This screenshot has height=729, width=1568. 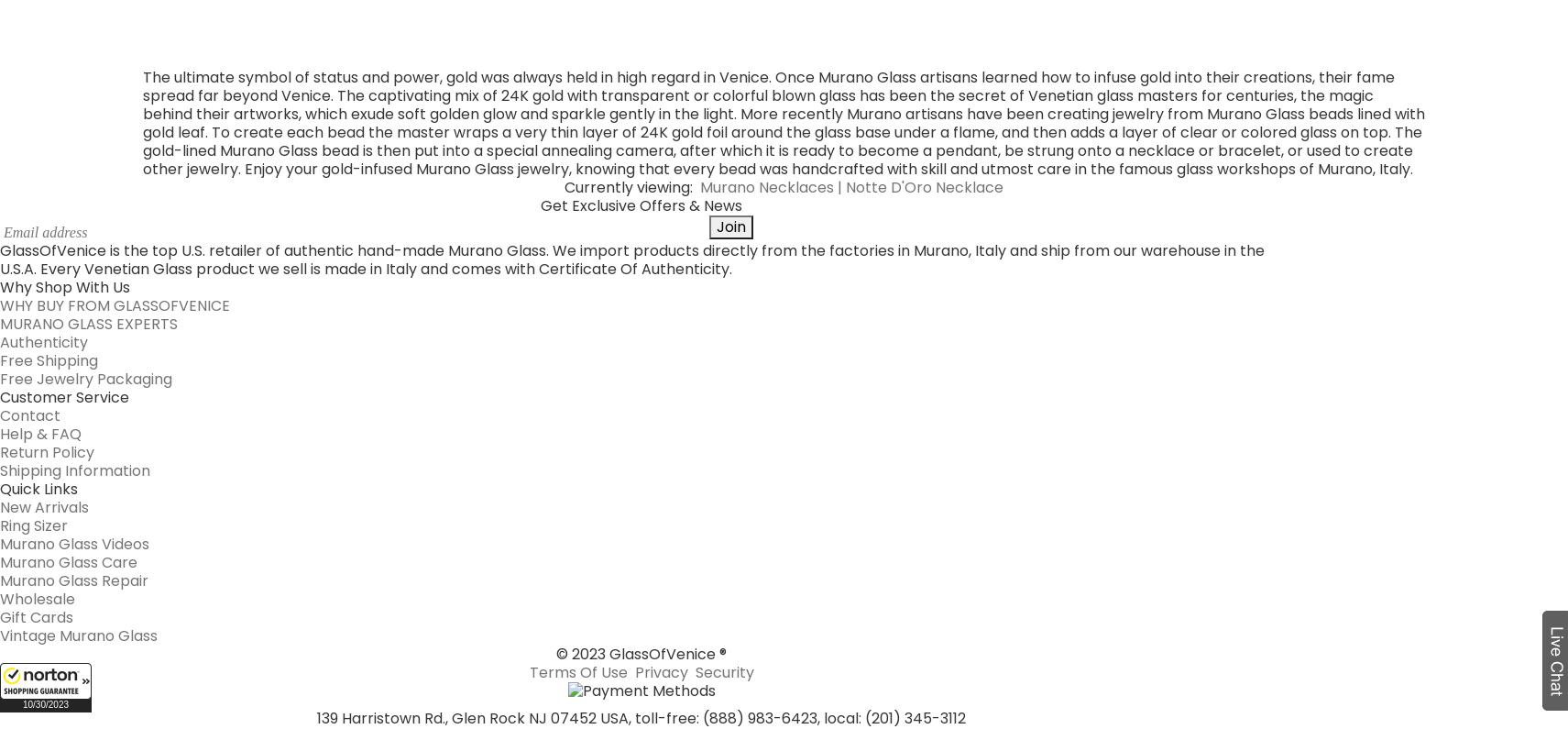 I want to click on 'Shipping Information', so click(x=73, y=132).